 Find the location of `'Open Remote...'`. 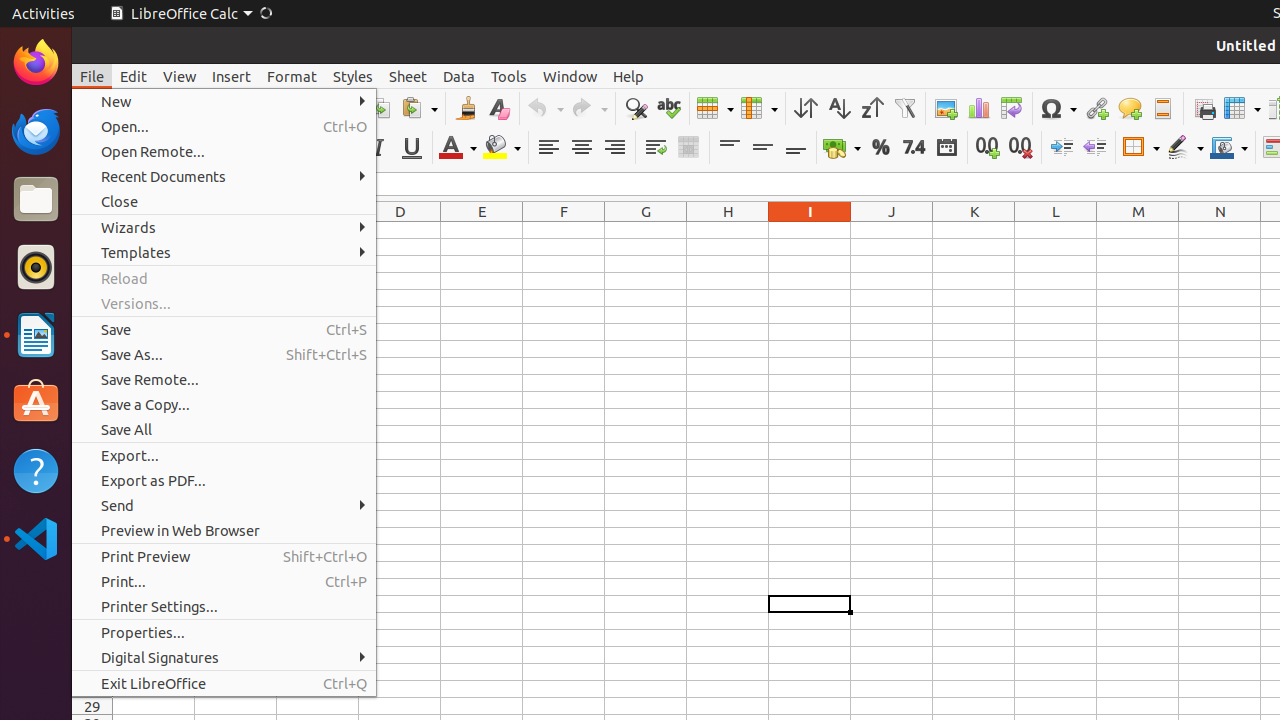

'Open Remote...' is located at coordinates (224, 150).